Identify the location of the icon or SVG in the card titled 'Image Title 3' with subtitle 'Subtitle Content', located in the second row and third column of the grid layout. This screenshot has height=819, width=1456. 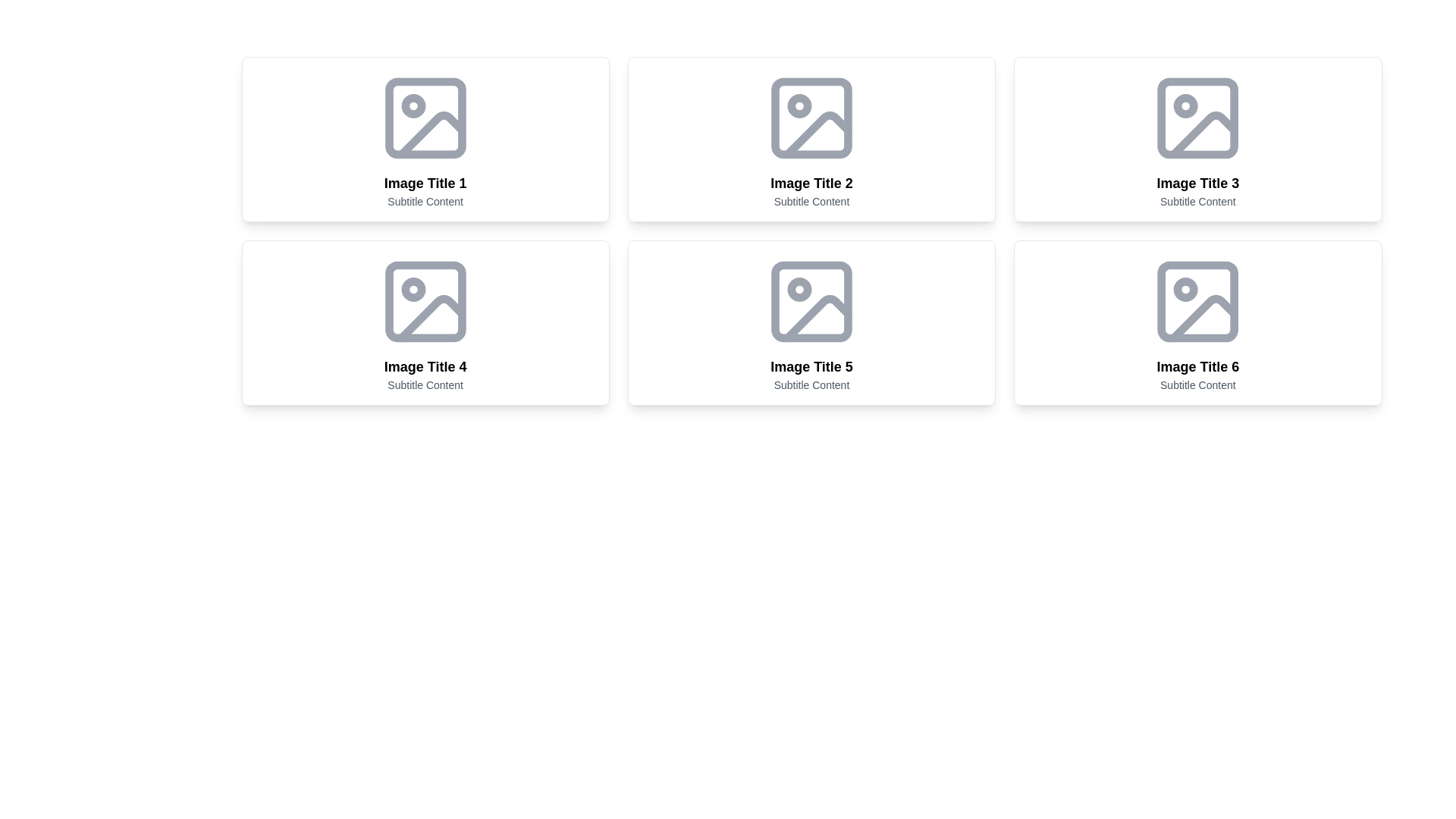
(1197, 117).